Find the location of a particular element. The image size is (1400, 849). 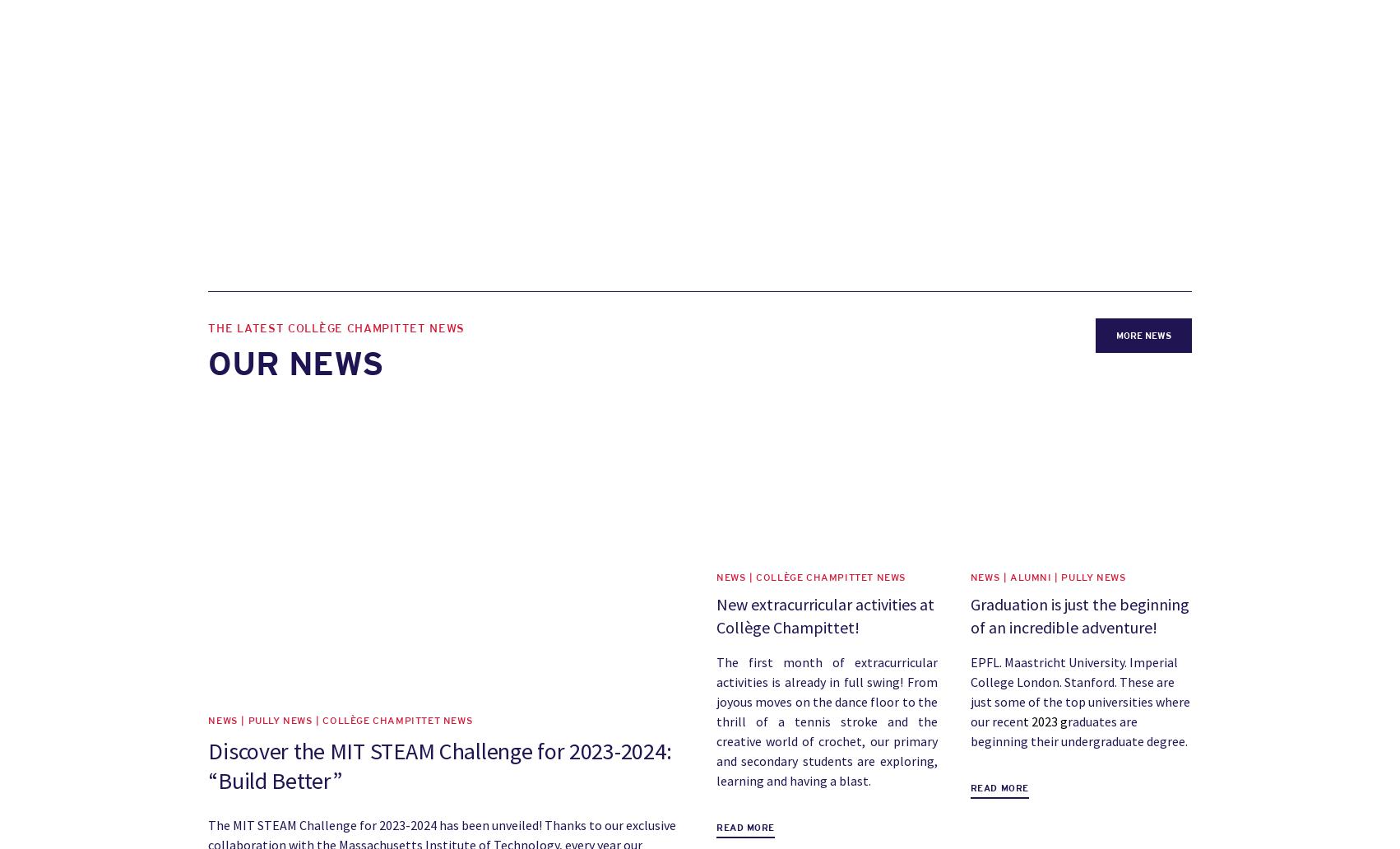

'THE LATEST COLLÈGE CHAMPITTET NEWS' is located at coordinates (206, 328).